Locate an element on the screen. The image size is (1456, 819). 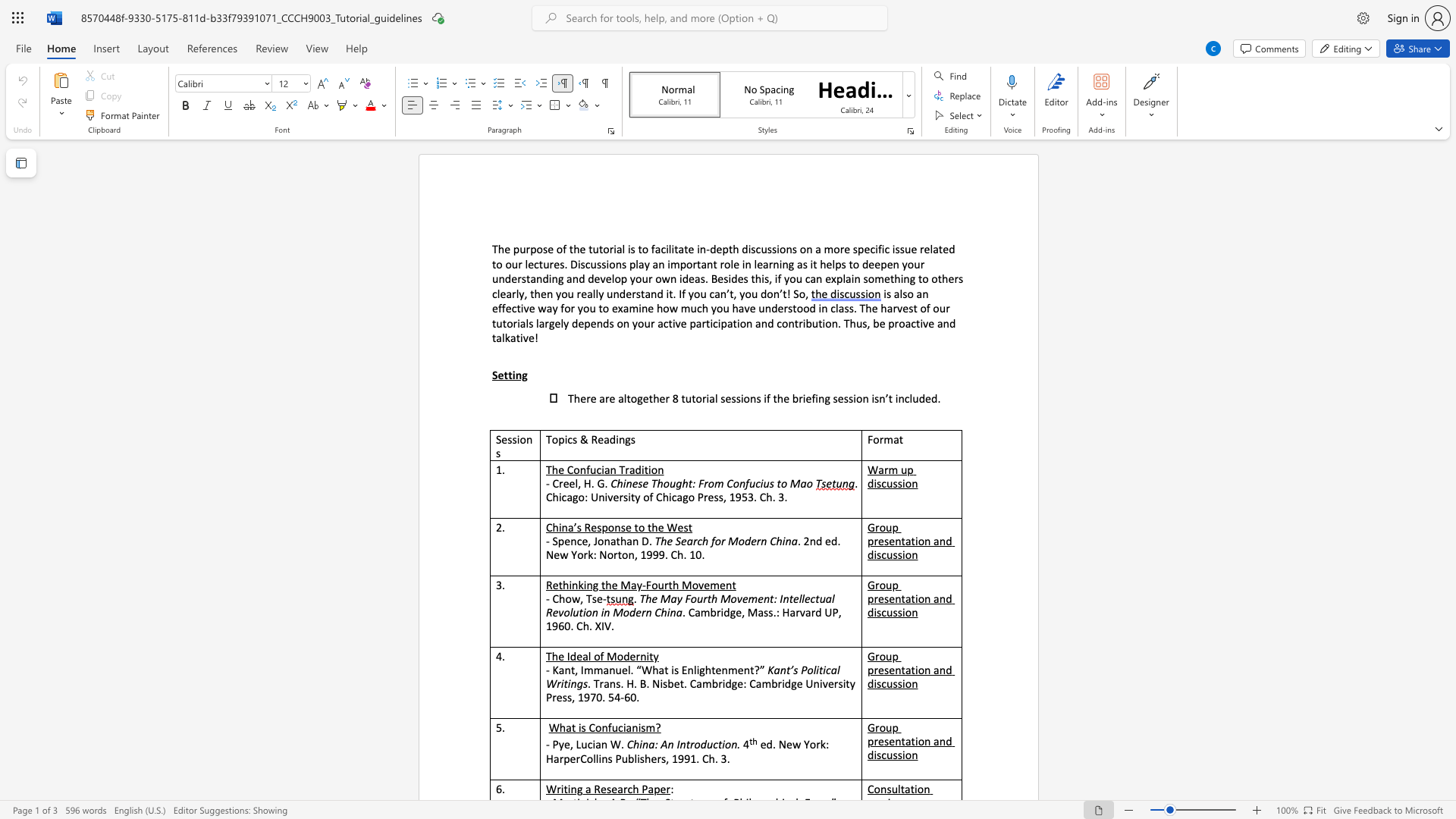
the subset text "he May Fourth Movement: Intellectual Re" within the text "The May Fourth Movement: Intellectual Revolution in Modern China" is located at coordinates (645, 598).